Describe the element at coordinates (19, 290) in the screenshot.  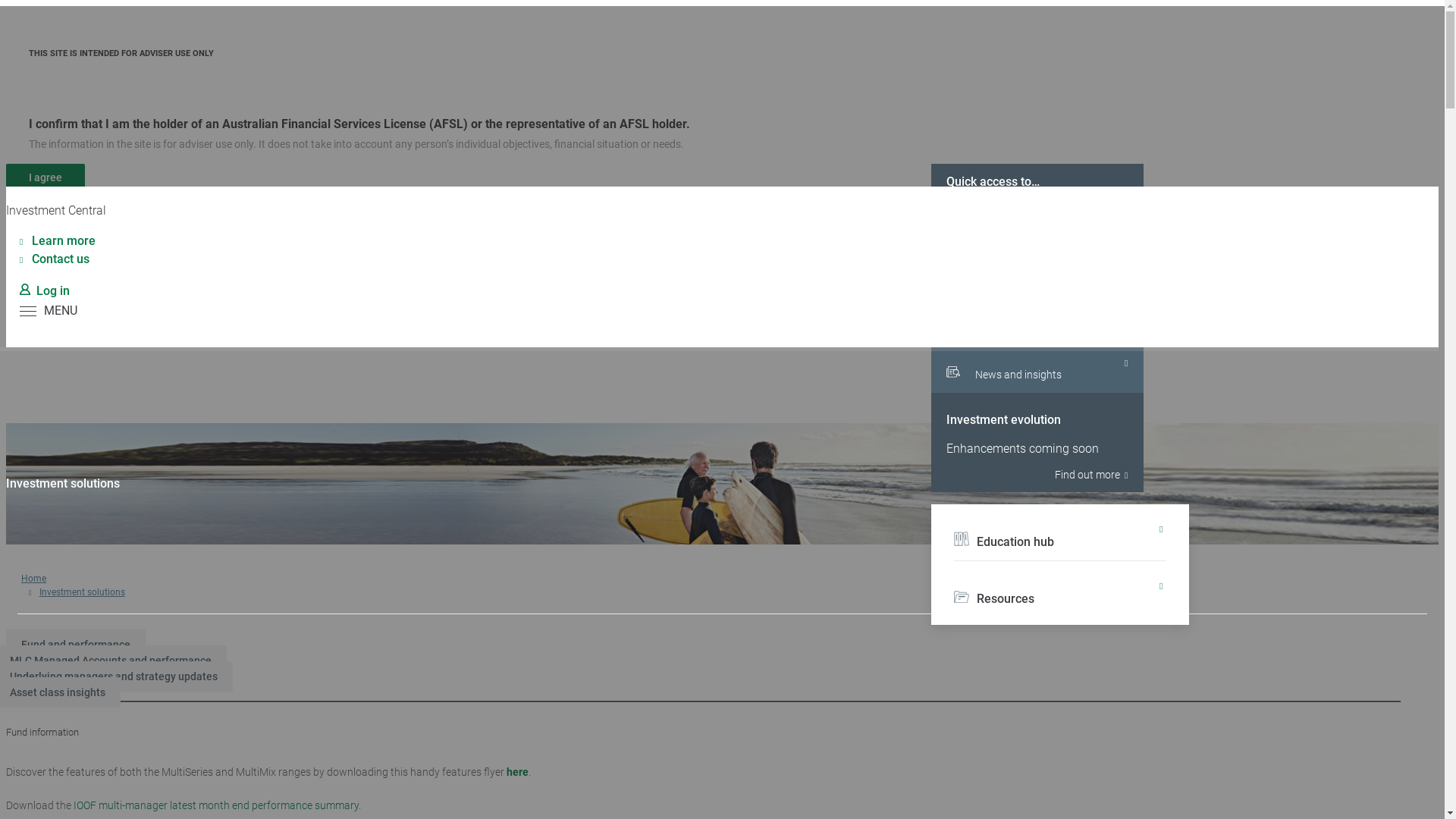
I see `'Log in'` at that location.